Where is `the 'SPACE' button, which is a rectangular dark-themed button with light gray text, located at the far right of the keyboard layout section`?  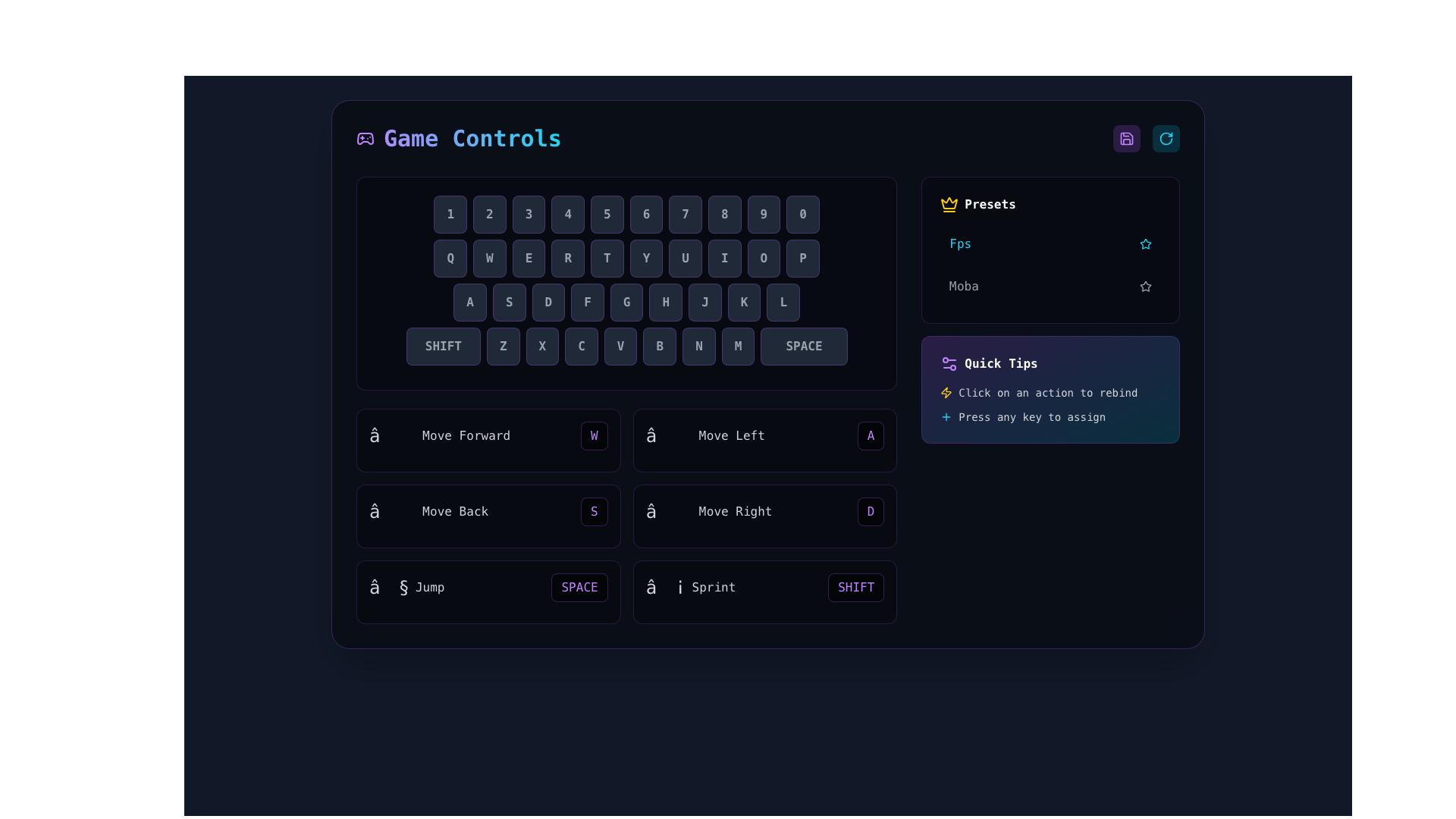
the 'SPACE' button, which is a rectangular dark-themed button with light gray text, located at the far right of the keyboard layout section is located at coordinates (803, 346).